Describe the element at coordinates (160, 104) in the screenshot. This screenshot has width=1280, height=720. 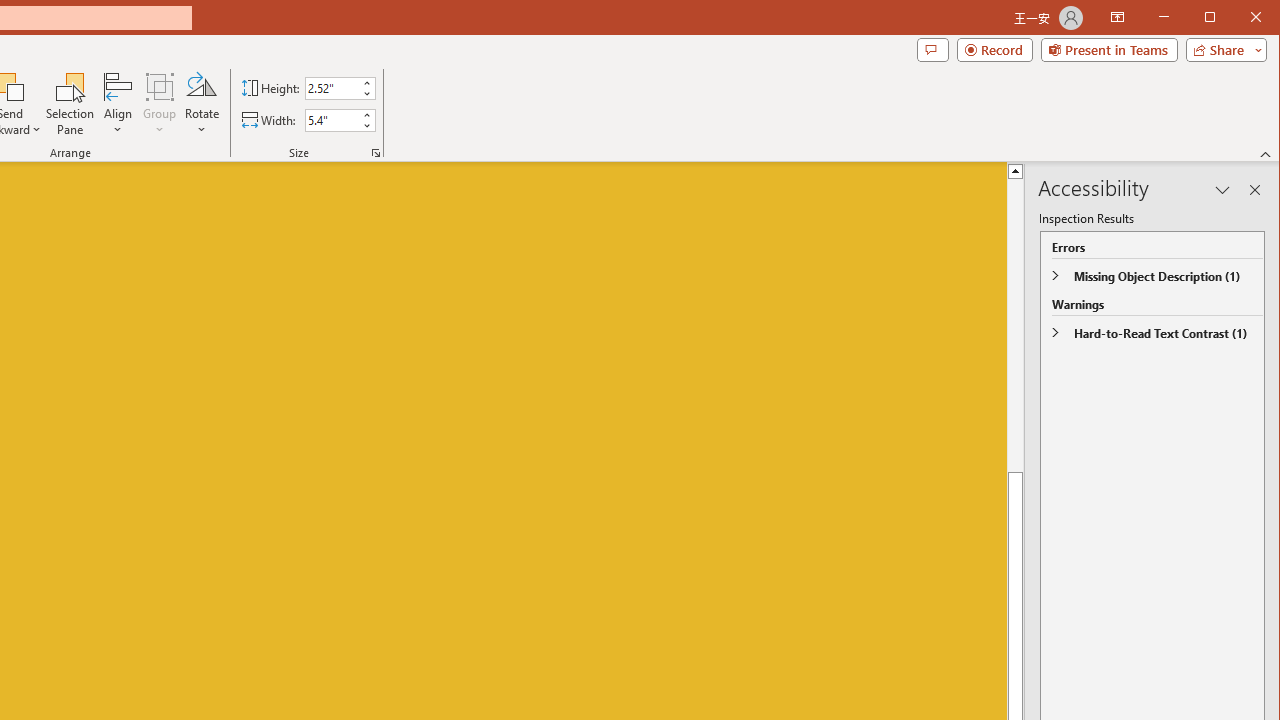
I see `'Group'` at that location.